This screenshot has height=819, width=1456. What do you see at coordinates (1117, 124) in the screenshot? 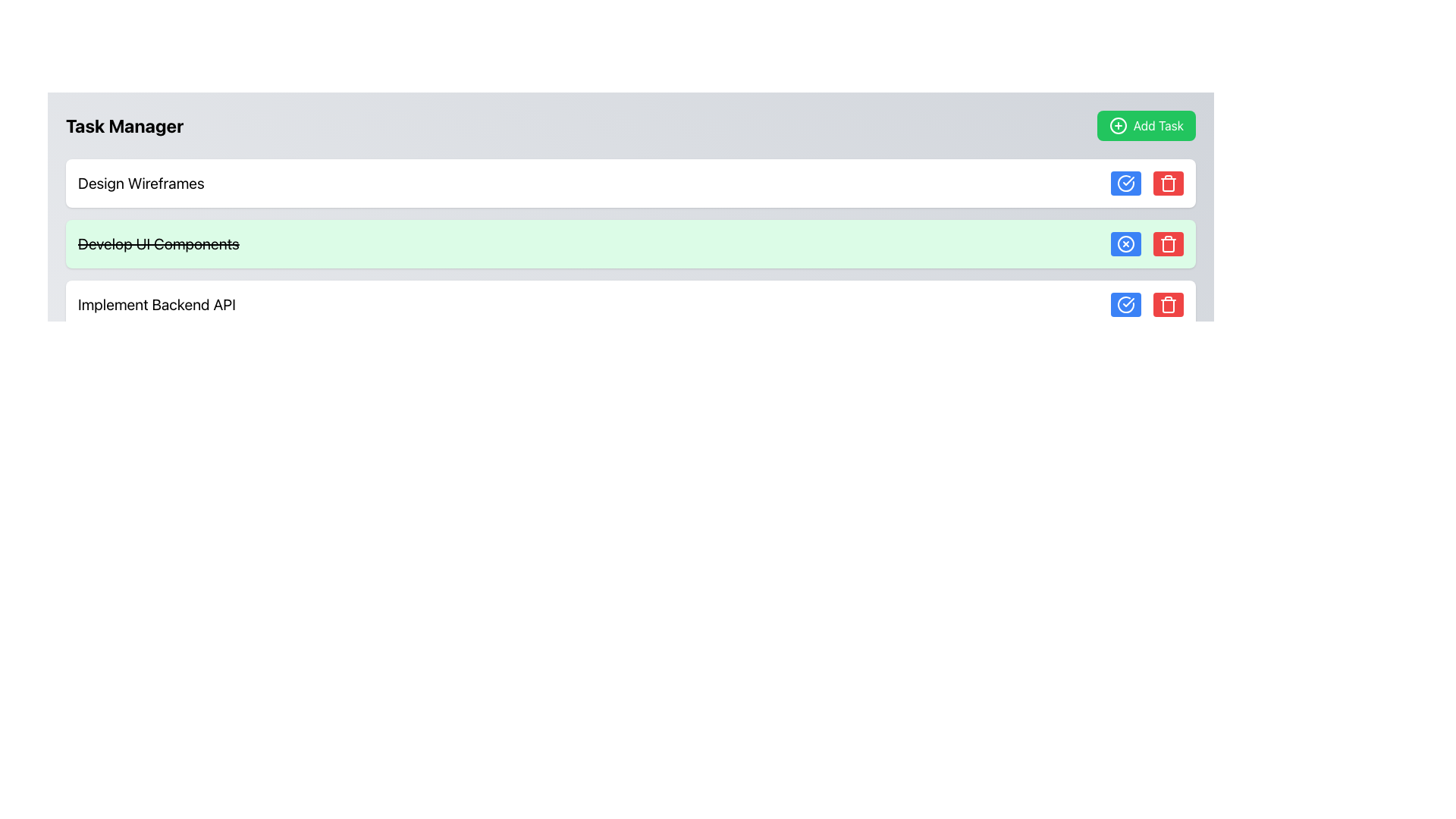
I see `the circular green icon with a plus sign inside, located to the left of the 'Add Task' label, to initiate the addition of a new task` at bounding box center [1117, 124].